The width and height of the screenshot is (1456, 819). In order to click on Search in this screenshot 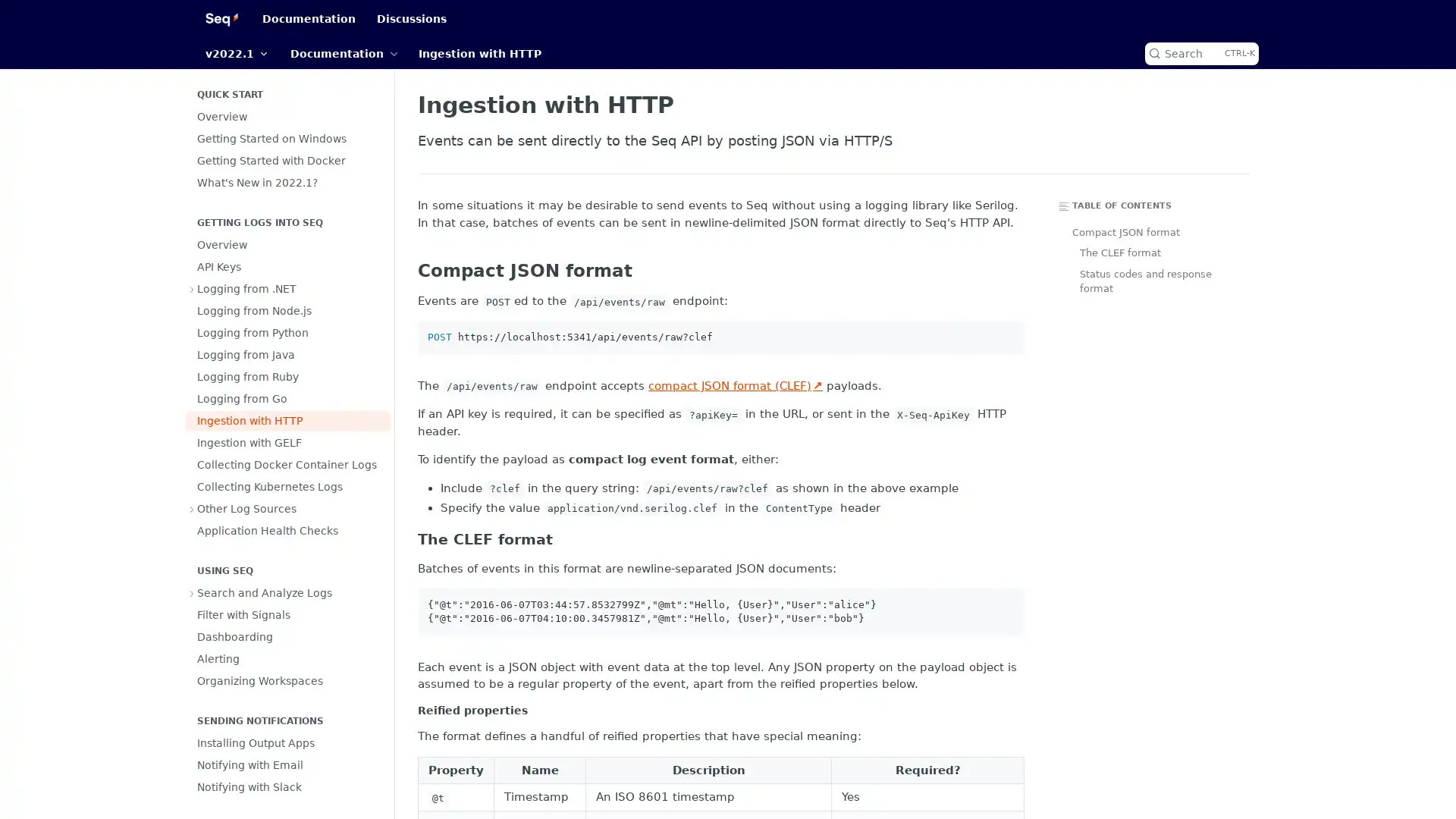, I will do `click(1200, 52)`.